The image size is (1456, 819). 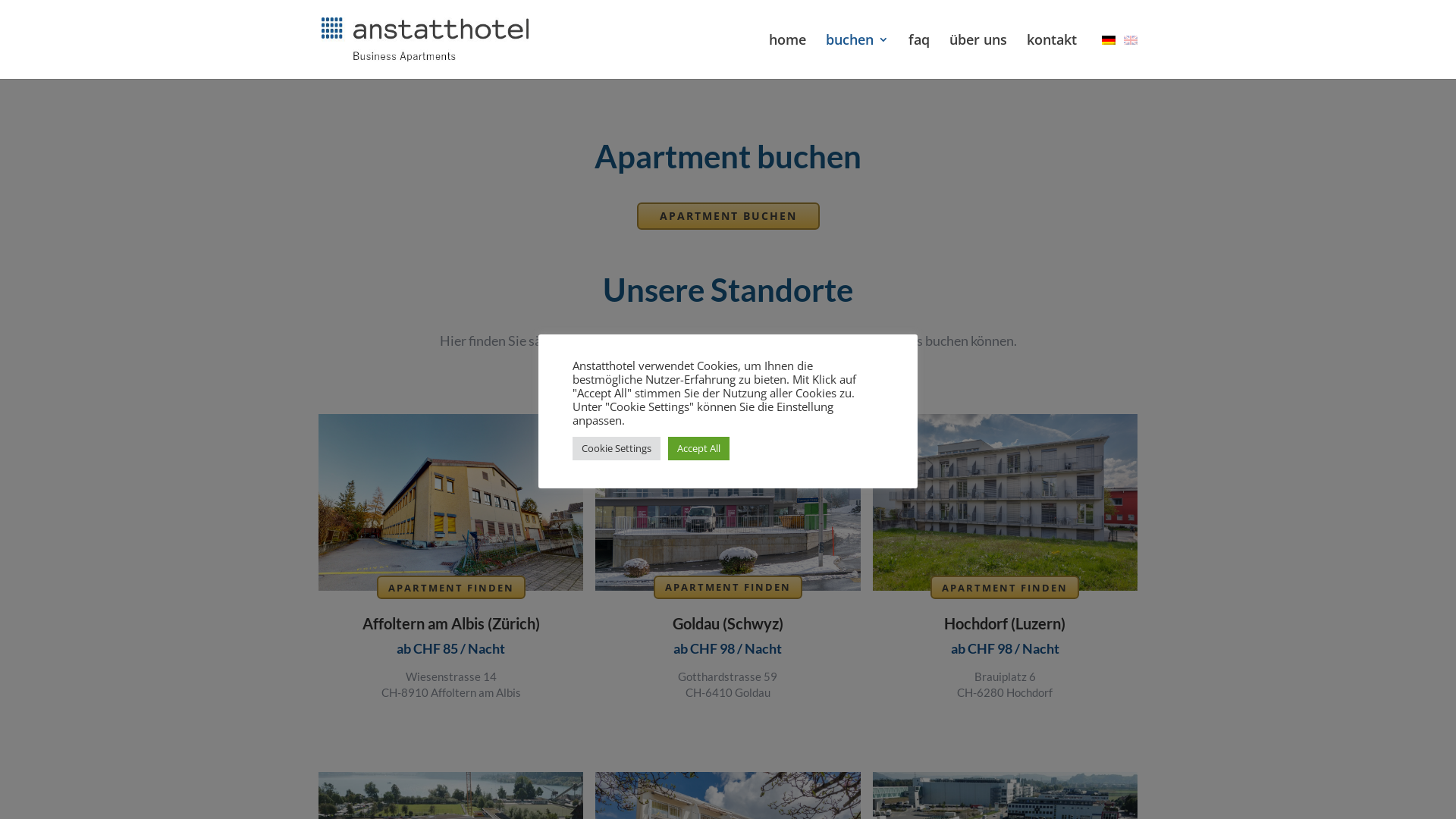 I want to click on 'Accept All', so click(x=698, y=447).